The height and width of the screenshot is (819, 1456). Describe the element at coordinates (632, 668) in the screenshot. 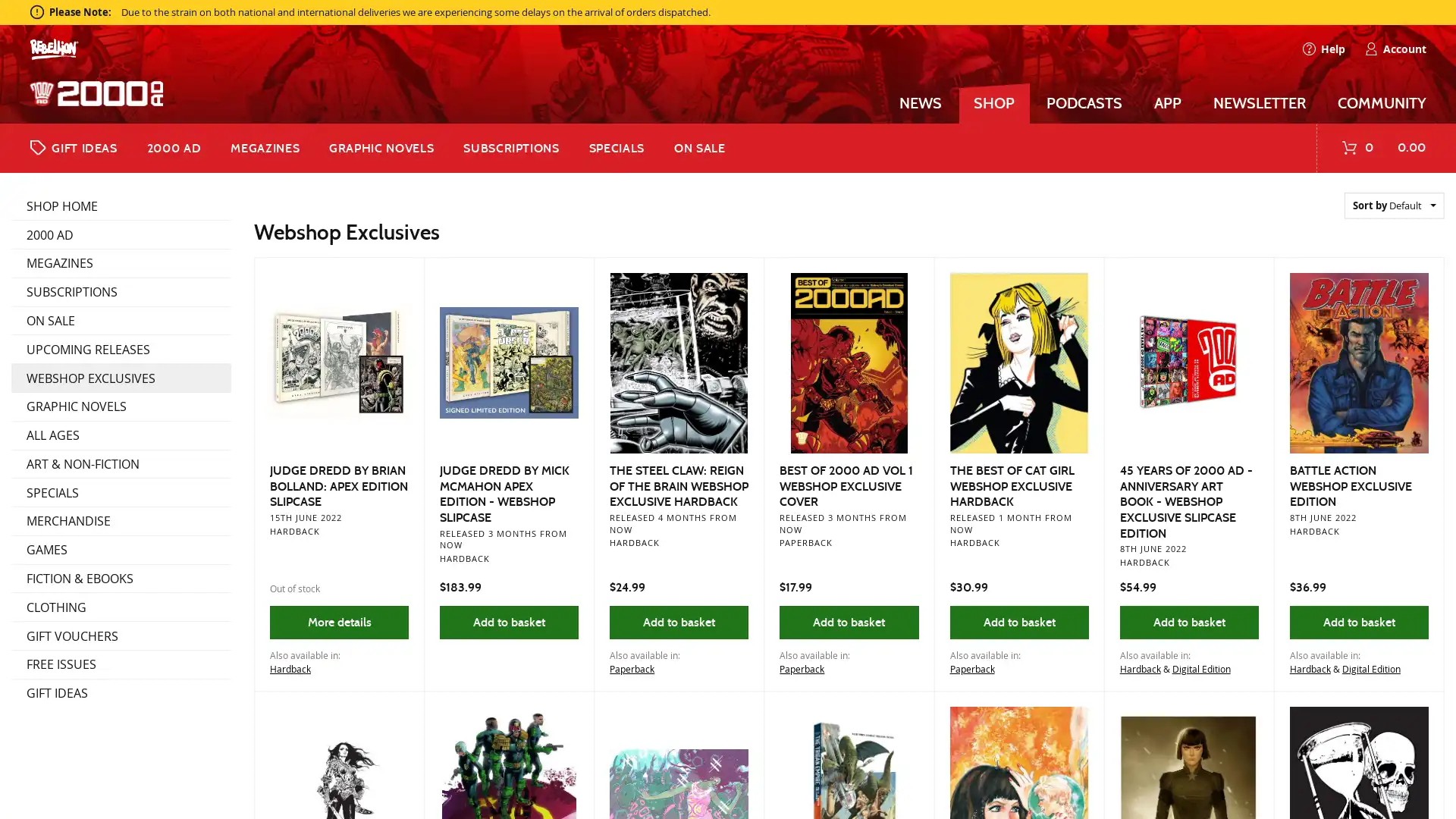

I see `Paperback` at that location.